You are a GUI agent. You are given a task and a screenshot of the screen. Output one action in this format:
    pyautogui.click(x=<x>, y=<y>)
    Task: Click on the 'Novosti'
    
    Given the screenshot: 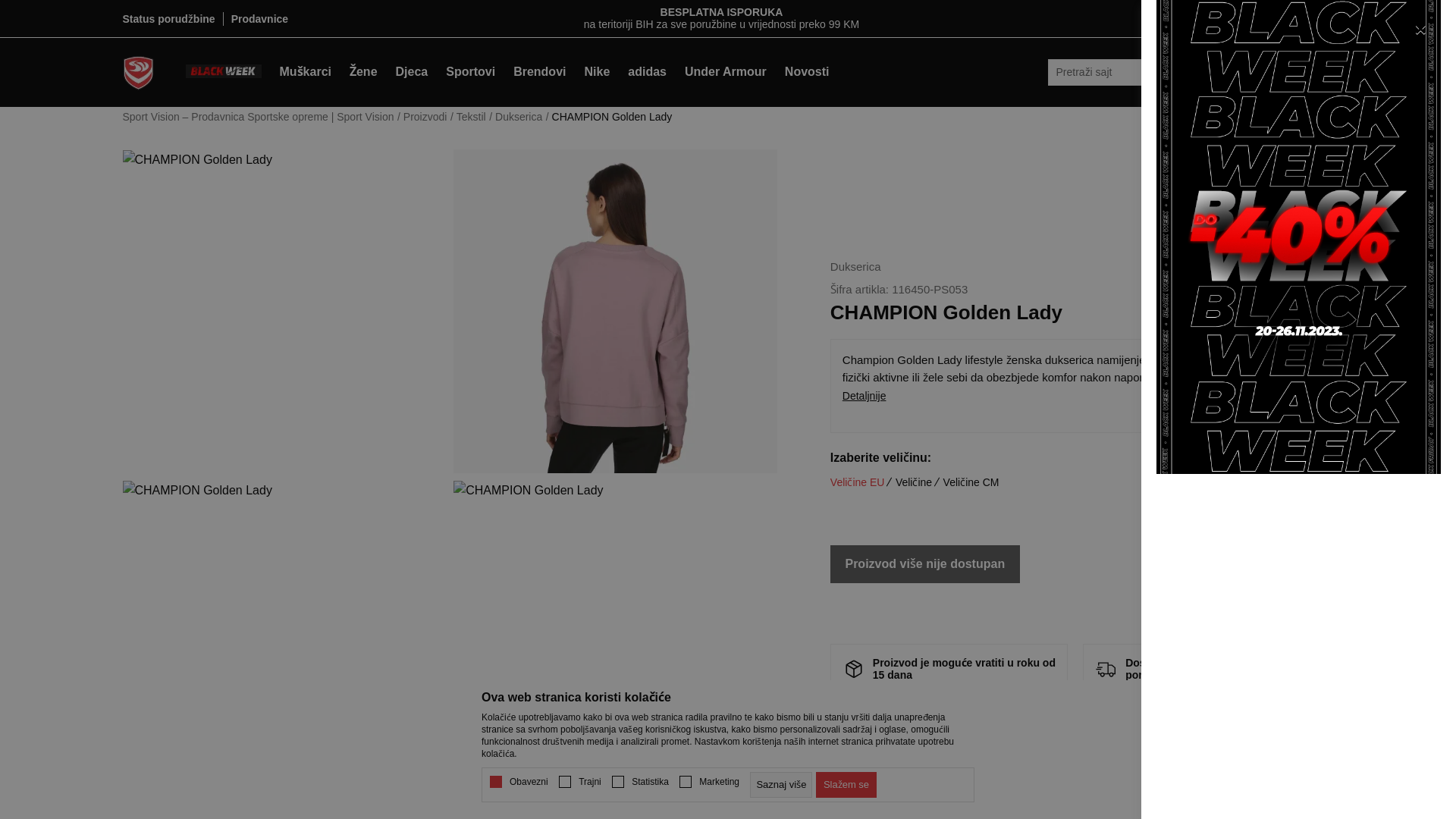 What is the action you would take?
    pyautogui.click(x=775, y=72)
    